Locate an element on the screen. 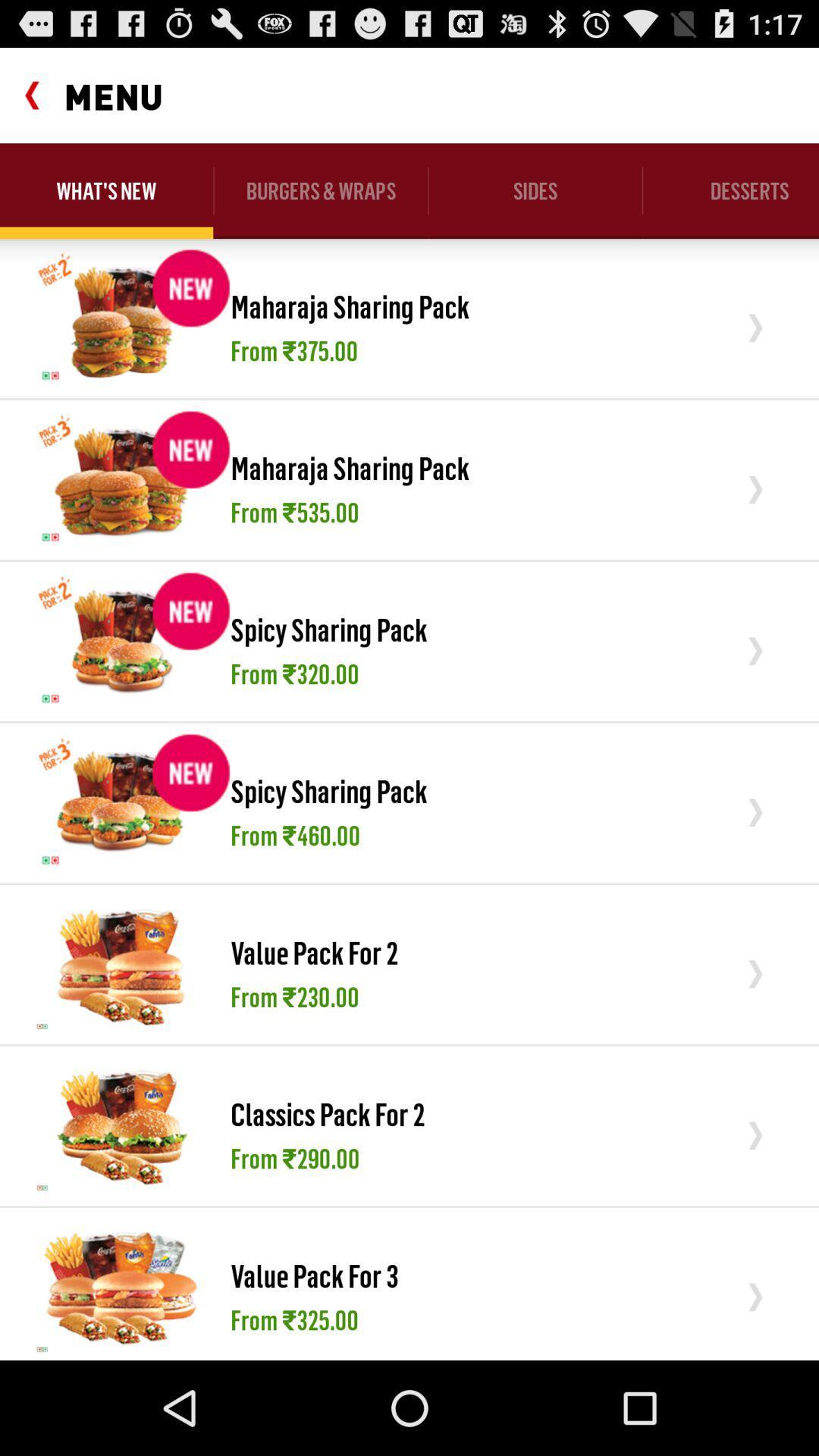 The image size is (819, 1456). icon to the left of the spicy sharing pack item is located at coordinates (121, 802).